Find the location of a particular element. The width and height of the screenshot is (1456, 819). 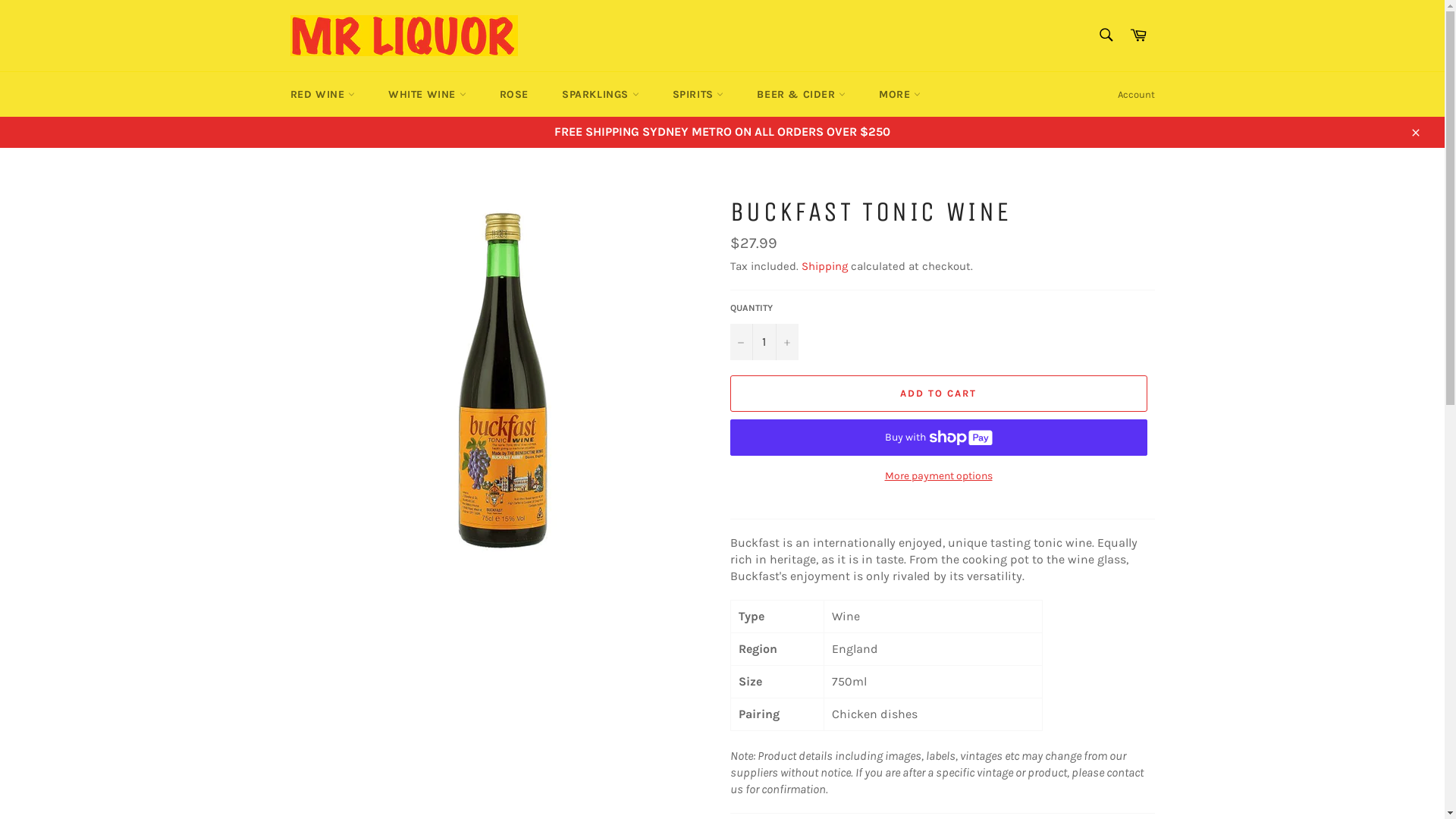

'More payment options' is located at coordinates (937, 475).